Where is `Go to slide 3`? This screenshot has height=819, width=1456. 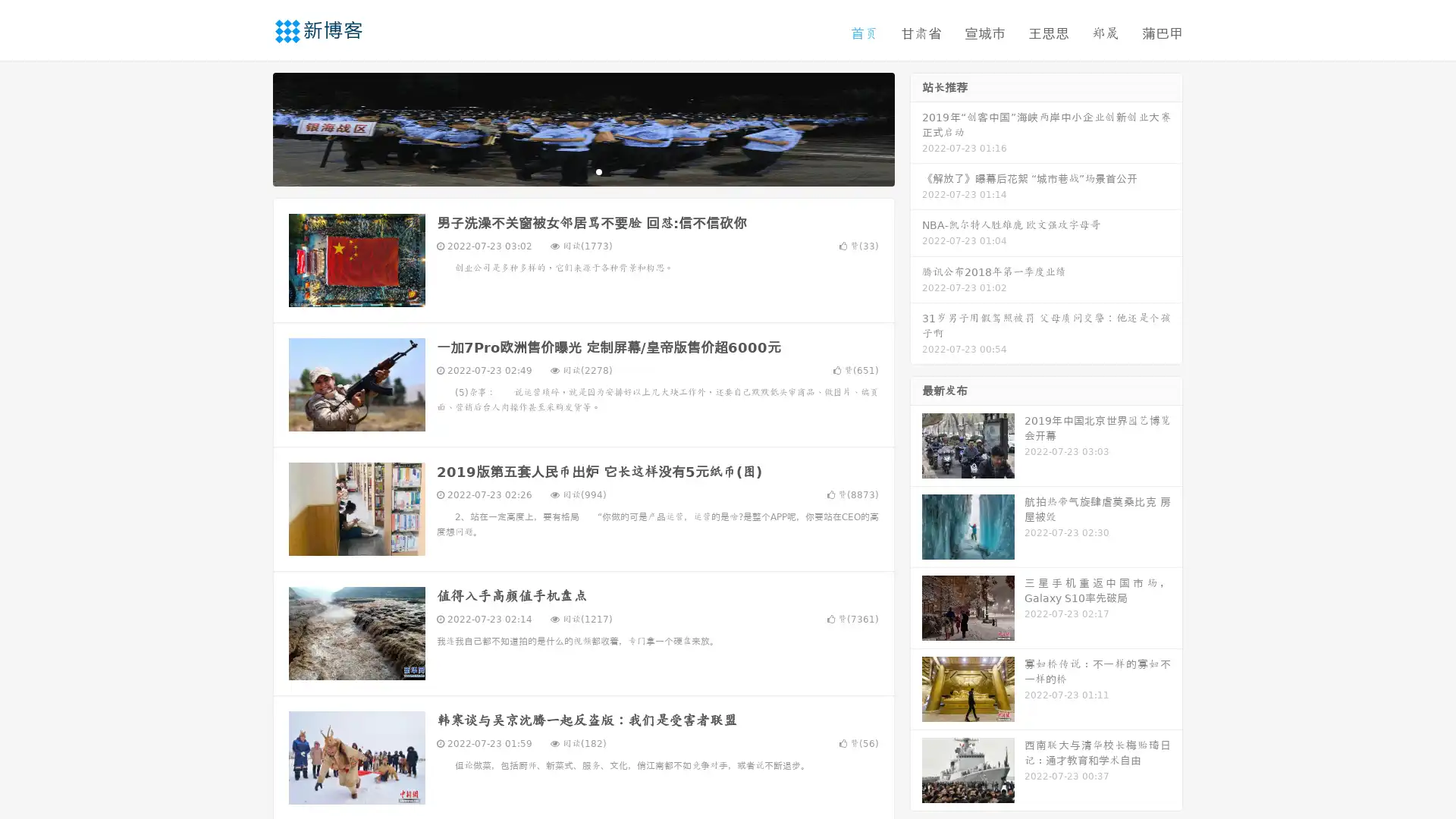 Go to slide 3 is located at coordinates (598, 171).